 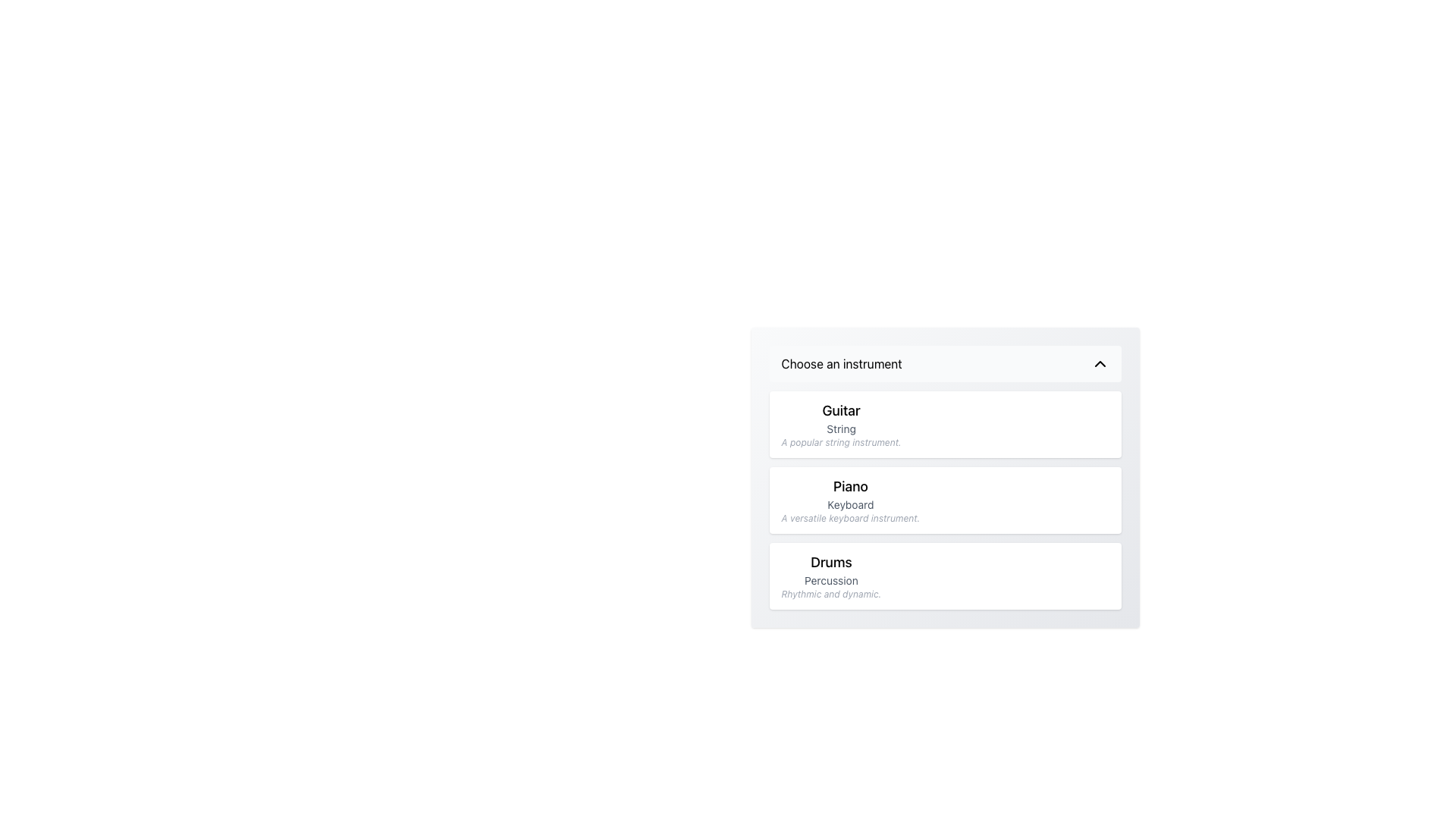 I want to click on the second item in the 'Choose an instrument' selection box, which is the option for 'Piano', so click(x=850, y=500).